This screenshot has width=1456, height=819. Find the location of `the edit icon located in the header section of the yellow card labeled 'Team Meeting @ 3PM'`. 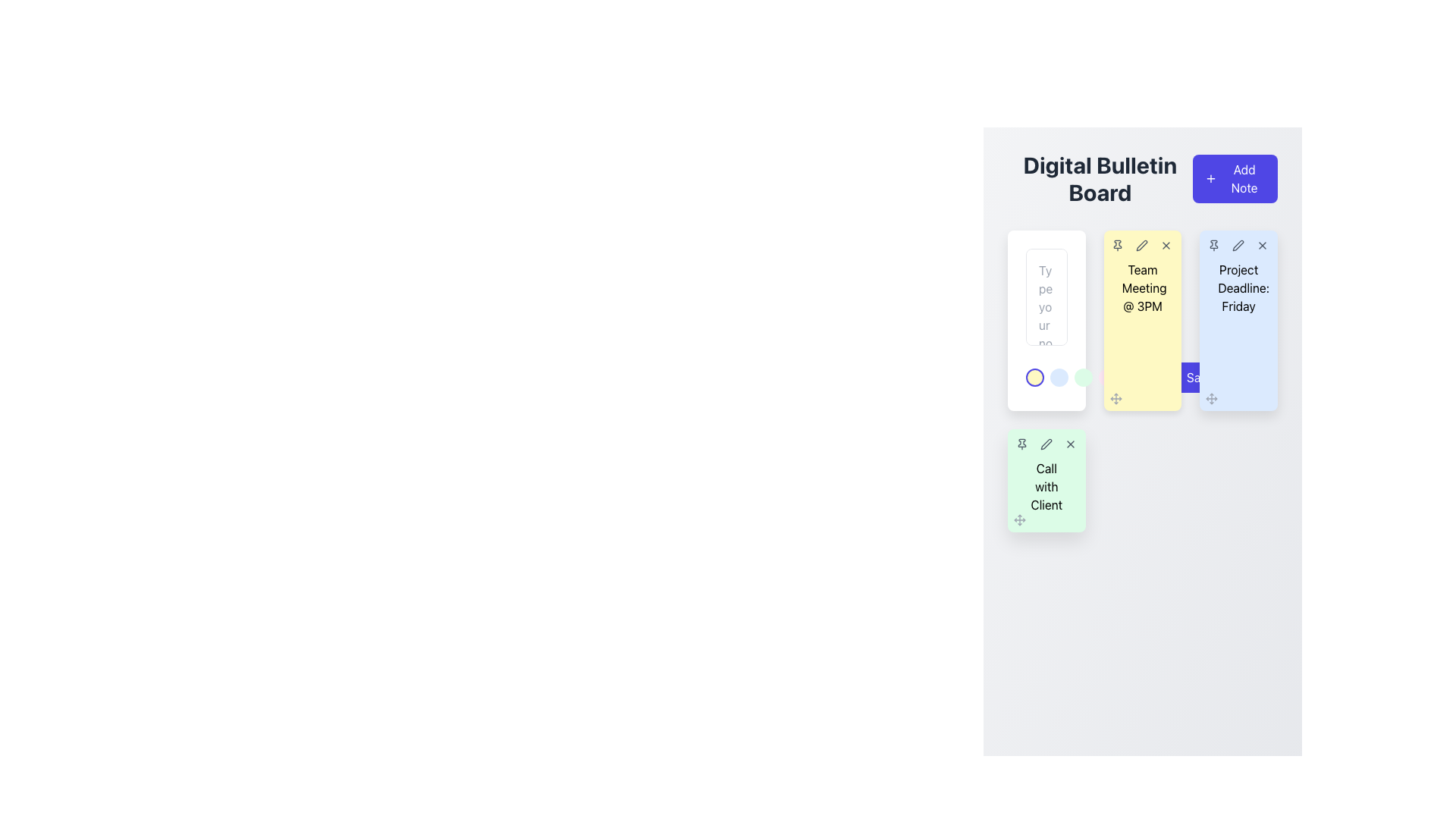

the edit icon located in the header section of the yellow card labeled 'Team Meeting @ 3PM' is located at coordinates (1142, 245).